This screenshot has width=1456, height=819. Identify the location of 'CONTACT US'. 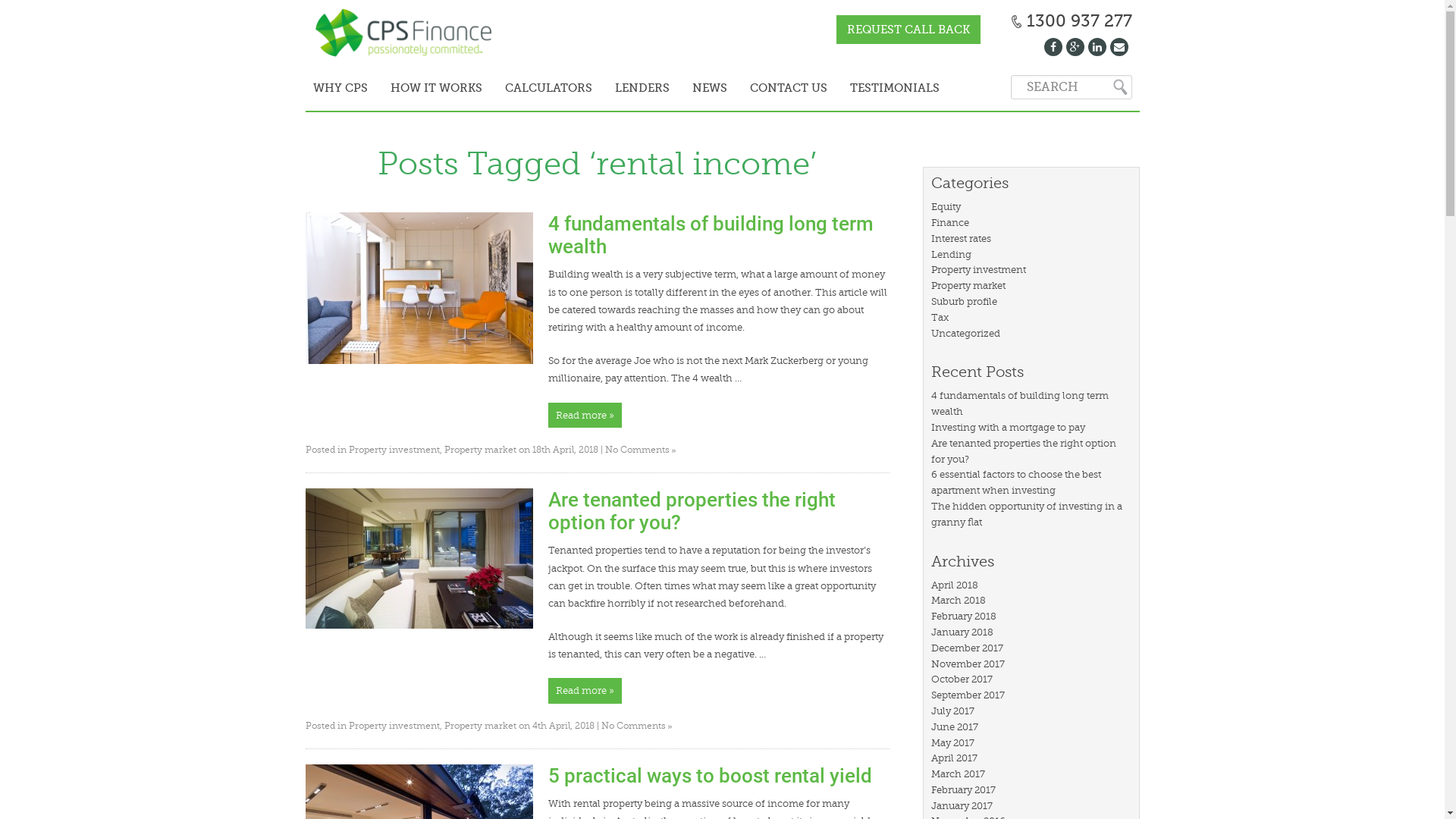
(739, 86).